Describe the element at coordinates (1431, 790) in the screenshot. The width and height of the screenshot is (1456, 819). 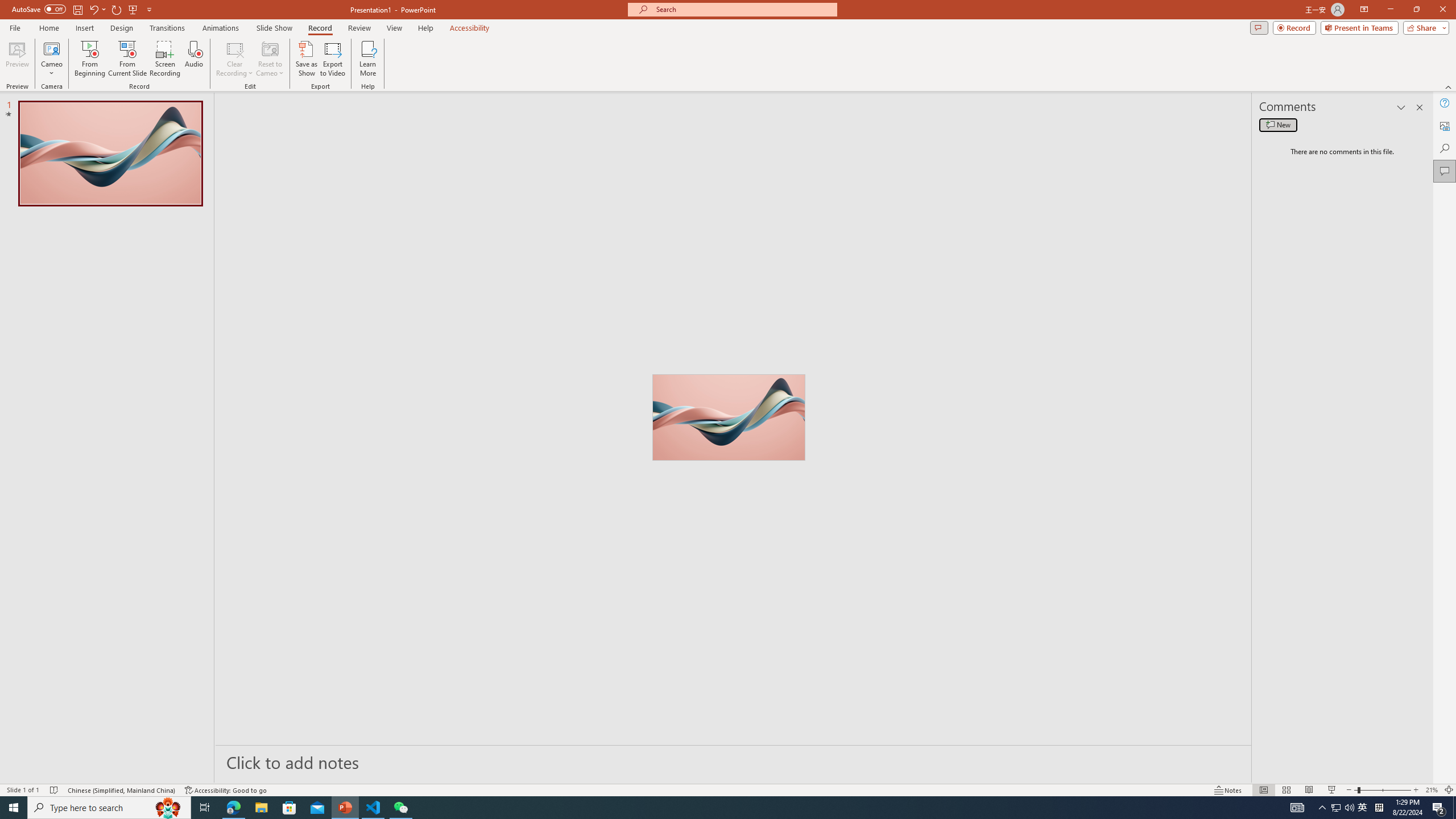
I see `'Zoom 21%'` at that location.